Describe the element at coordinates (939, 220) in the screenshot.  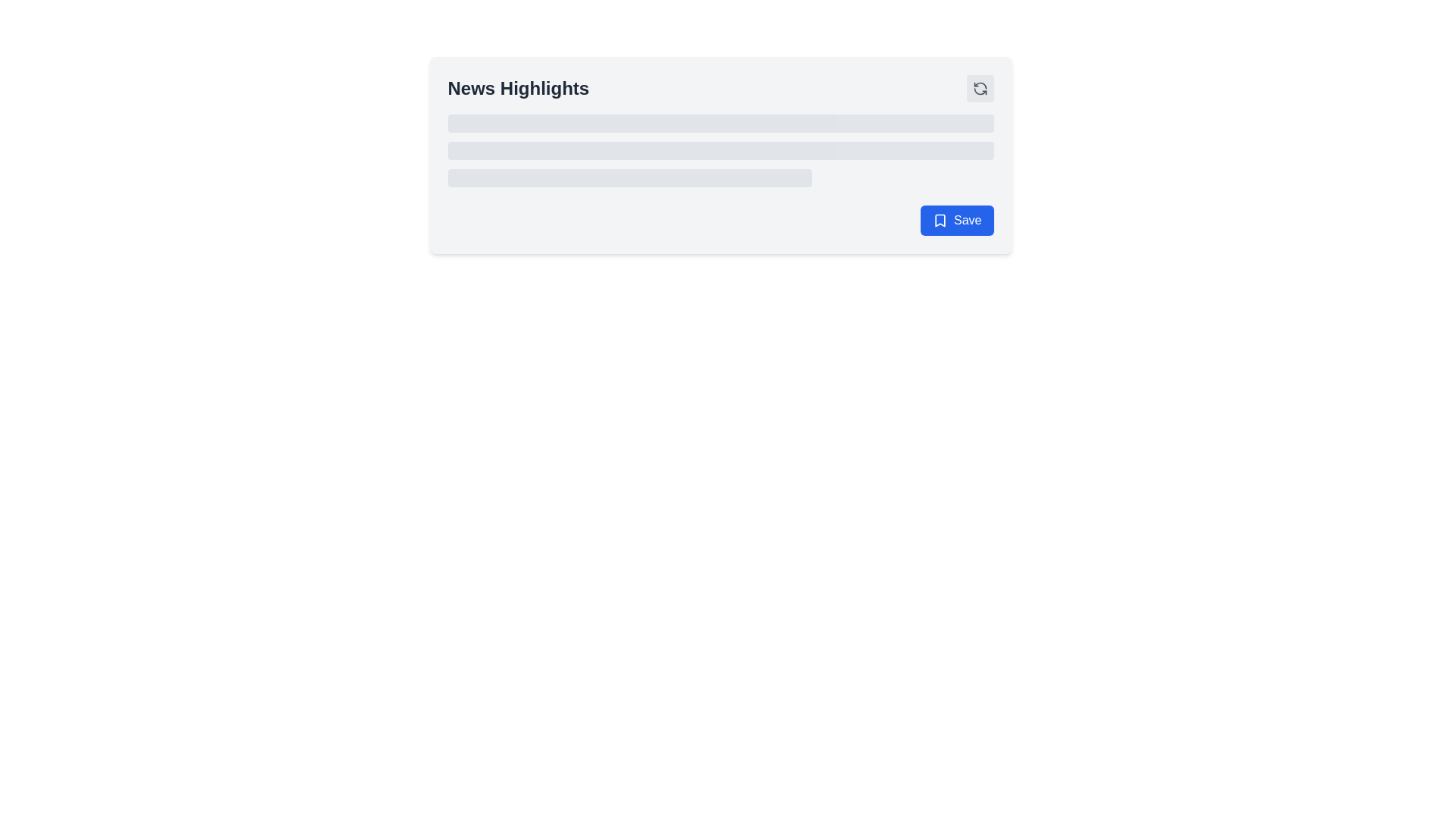
I see `the bookmark icon located to the left of the 'Save' text` at that location.